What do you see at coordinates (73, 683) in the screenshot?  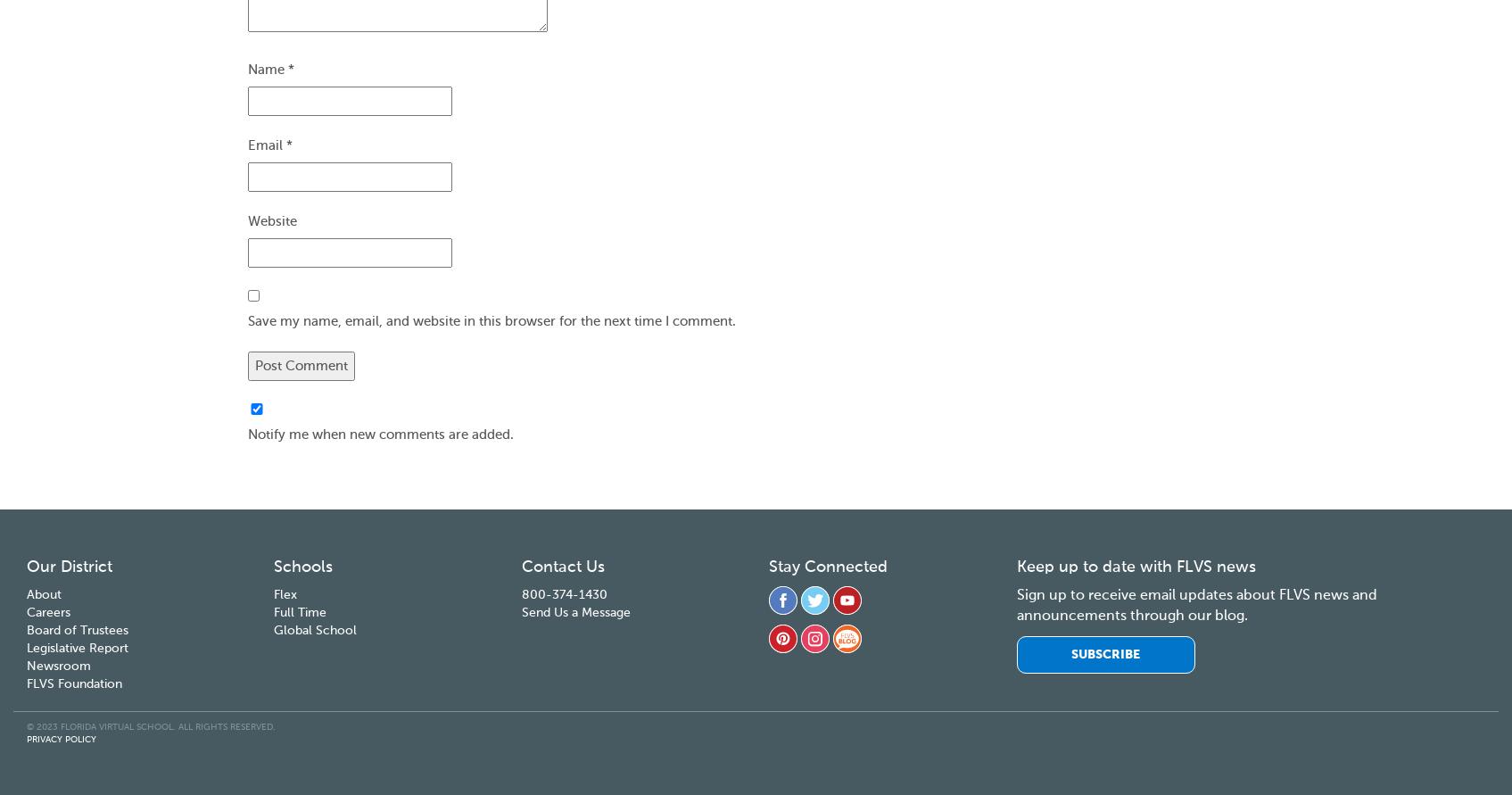 I see `'FLVS Foundation'` at bounding box center [73, 683].